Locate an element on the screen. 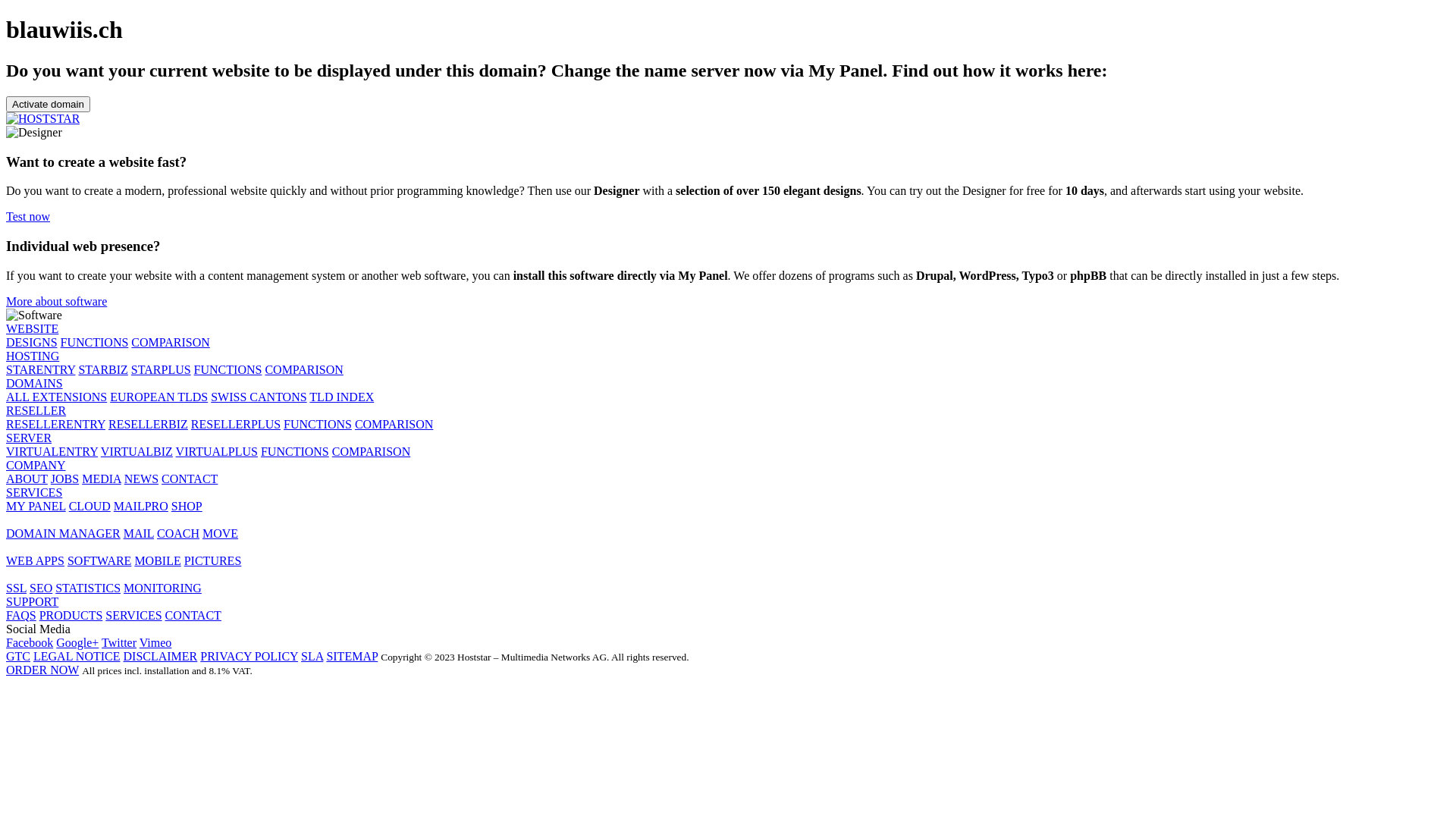 This screenshot has height=819, width=1456. 'More about software' is located at coordinates (56, 301).